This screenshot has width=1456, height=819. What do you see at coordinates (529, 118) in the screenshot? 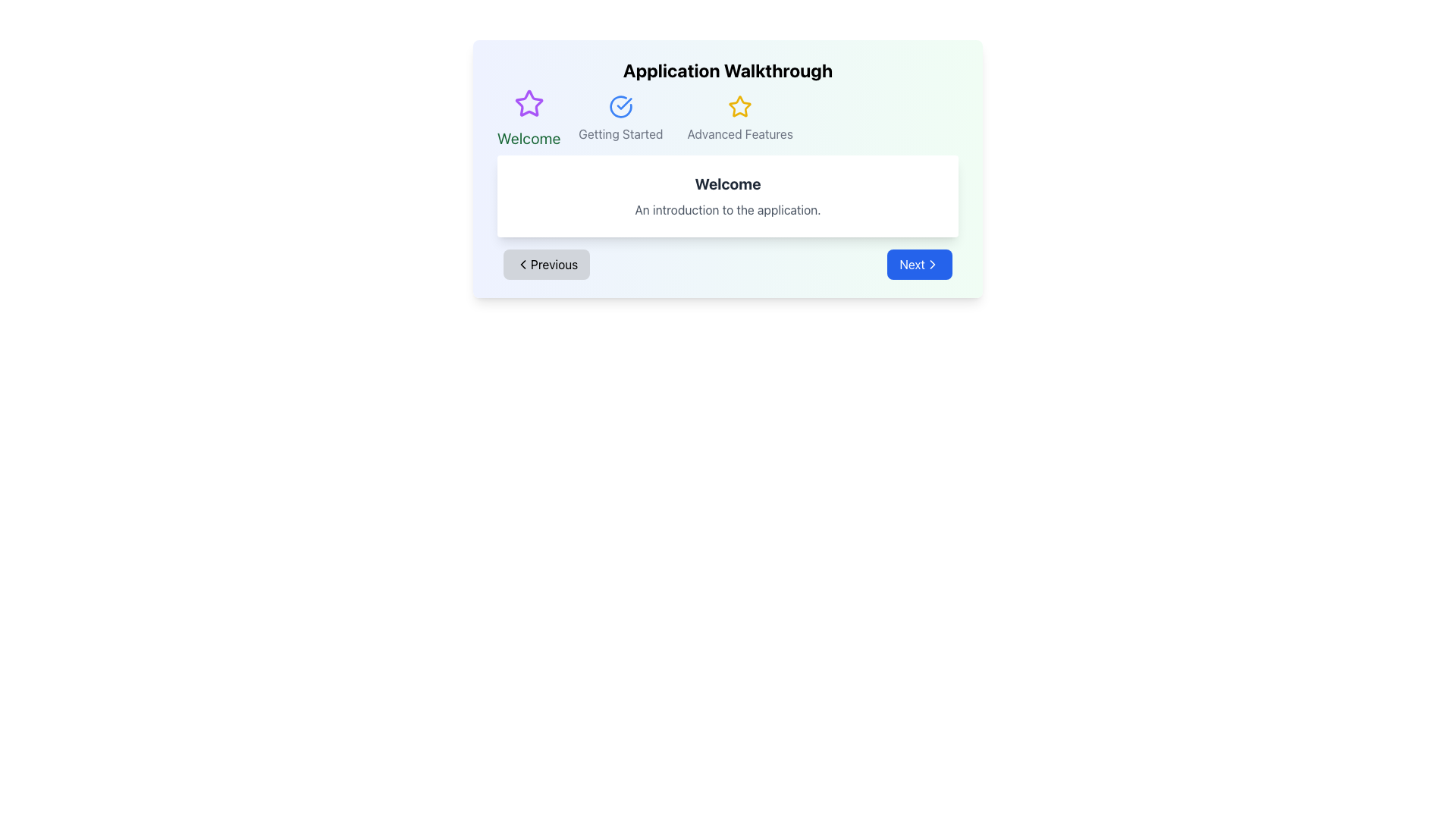
I see `text label 'Welcome' from the Section Header, which is visually distinct with a purple outline star icon and green text below it` at bounding box center [529, 118].